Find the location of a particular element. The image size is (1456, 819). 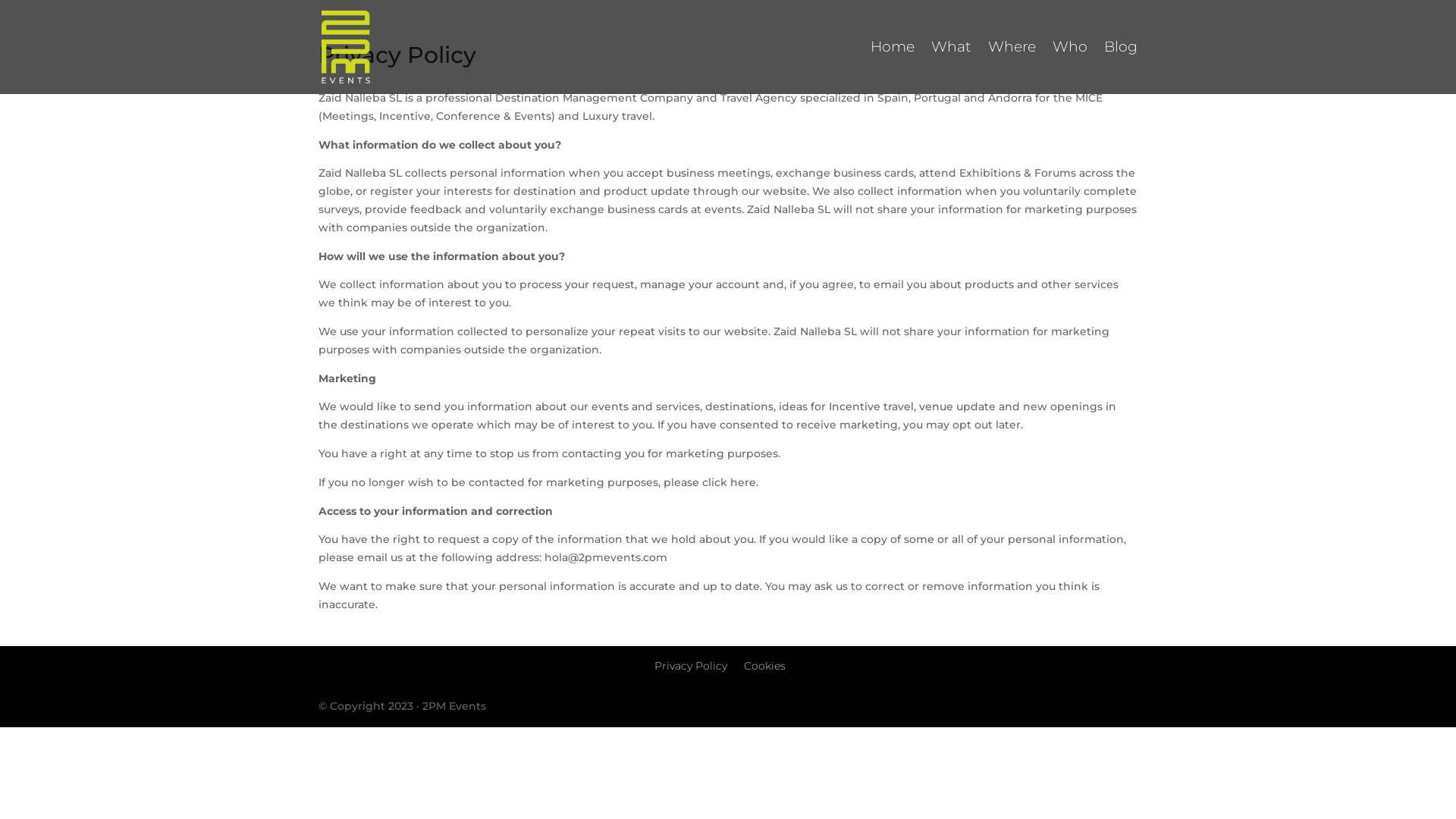

'Blog' is located at coordinates (1121, 67).